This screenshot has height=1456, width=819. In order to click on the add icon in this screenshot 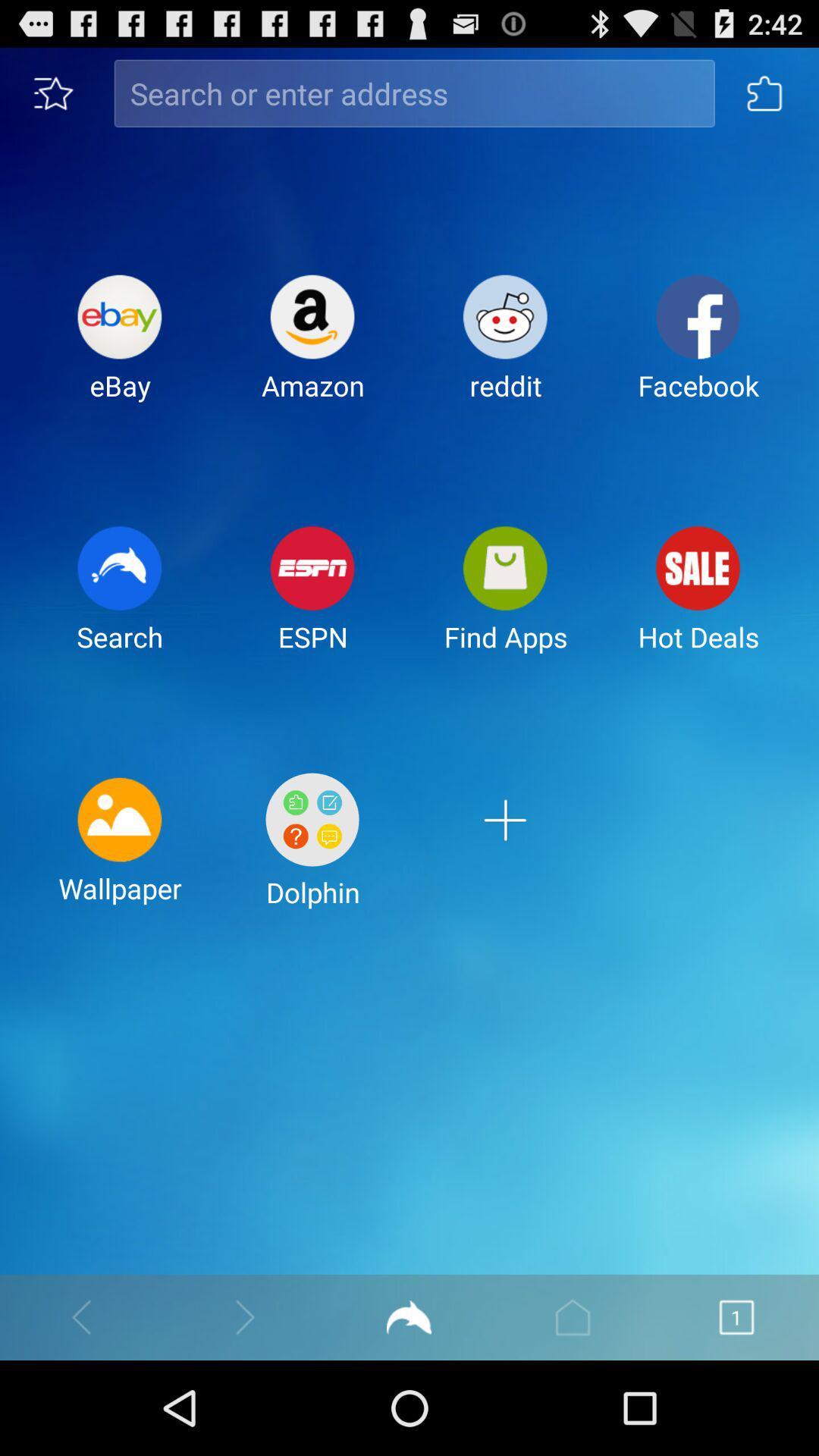, I will do `click(505, 912)`.